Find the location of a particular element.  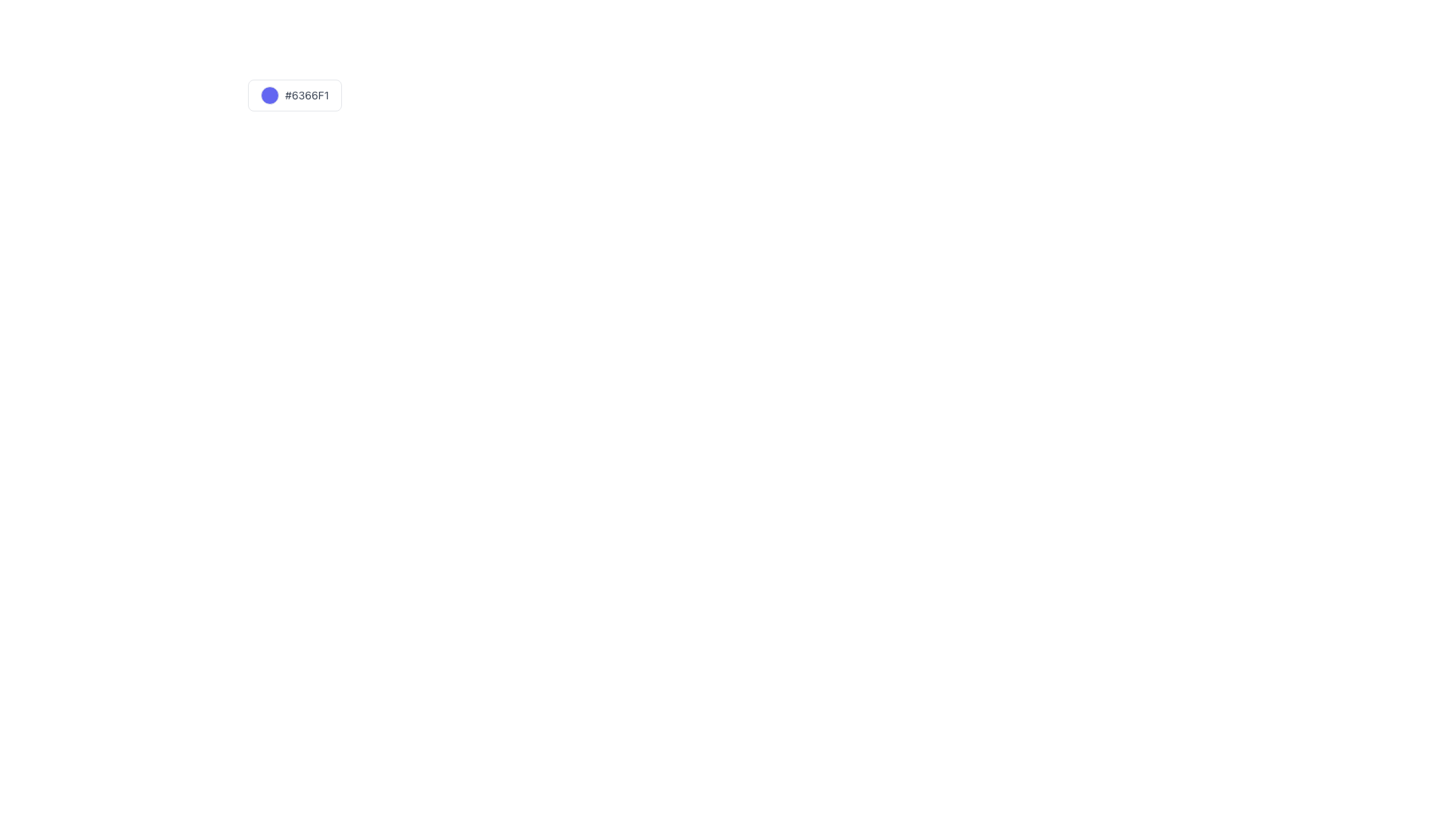

the Color Indicator, a small circular blue area with a gray border located in the upper left quadrant of the interface is located at coordinates (270, 96).